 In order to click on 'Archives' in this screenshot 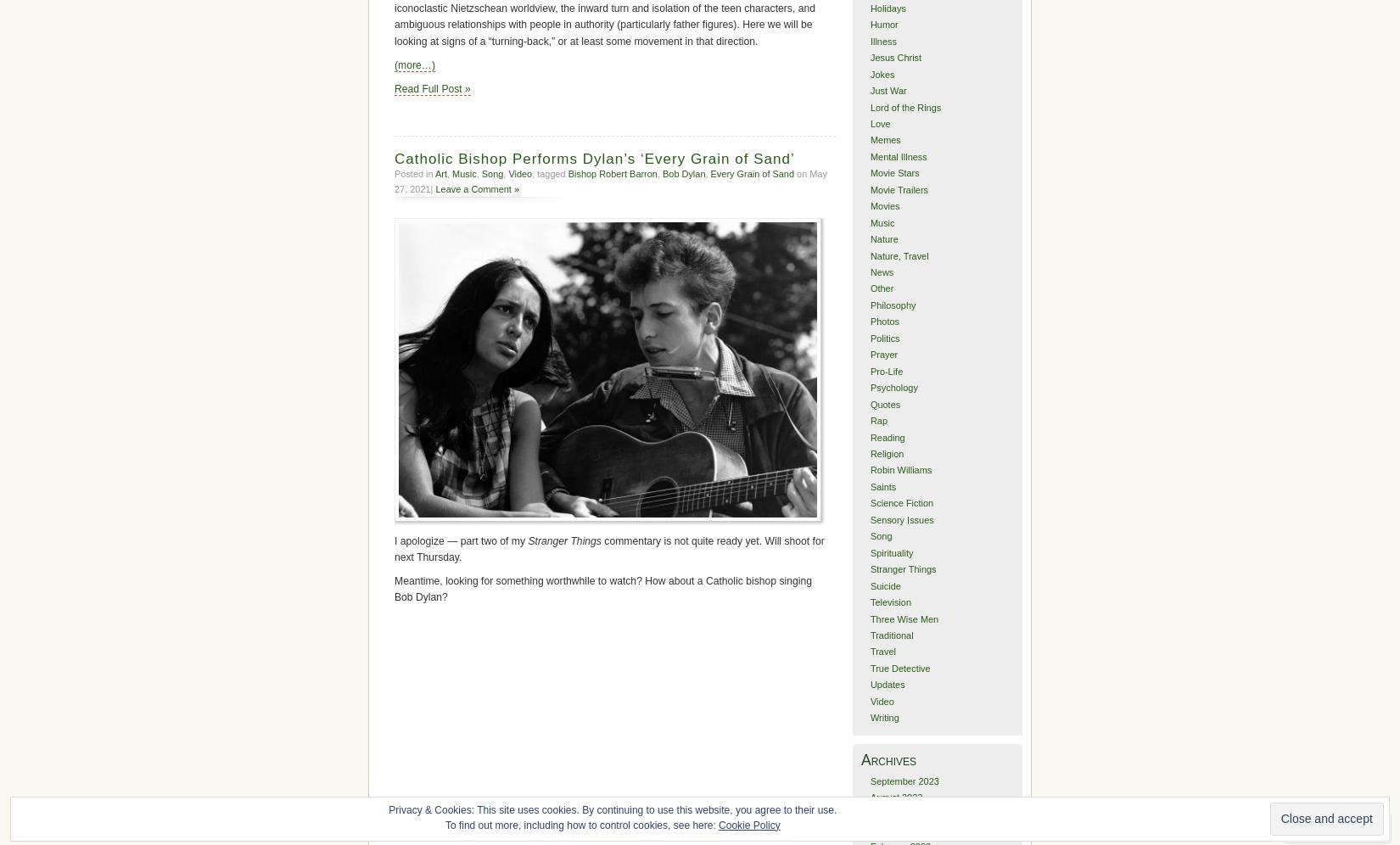, I will do `click(888, 758)`.